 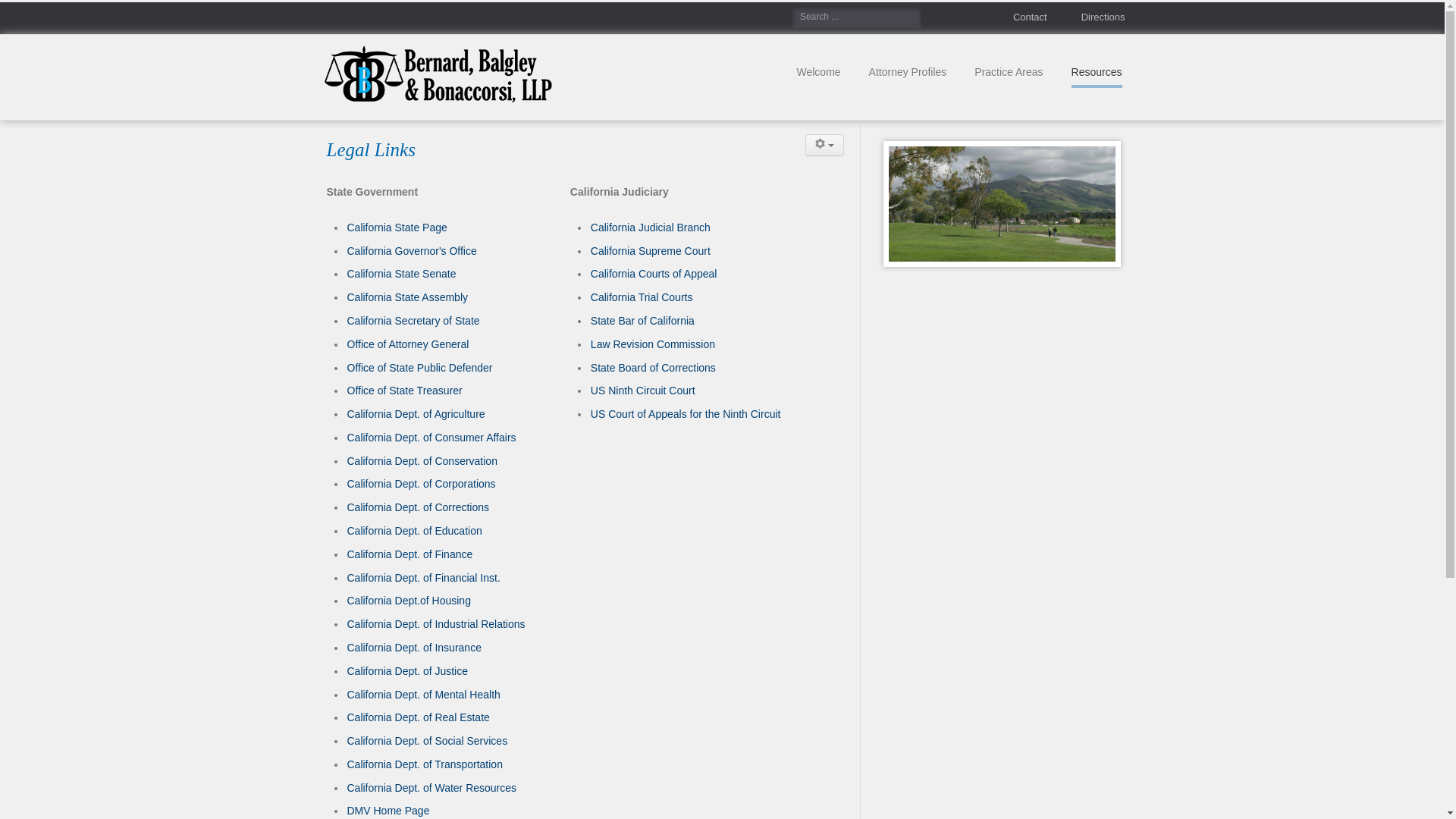 I want to click on 'California Dept. of Real Estate', so click(x=419, y=717).